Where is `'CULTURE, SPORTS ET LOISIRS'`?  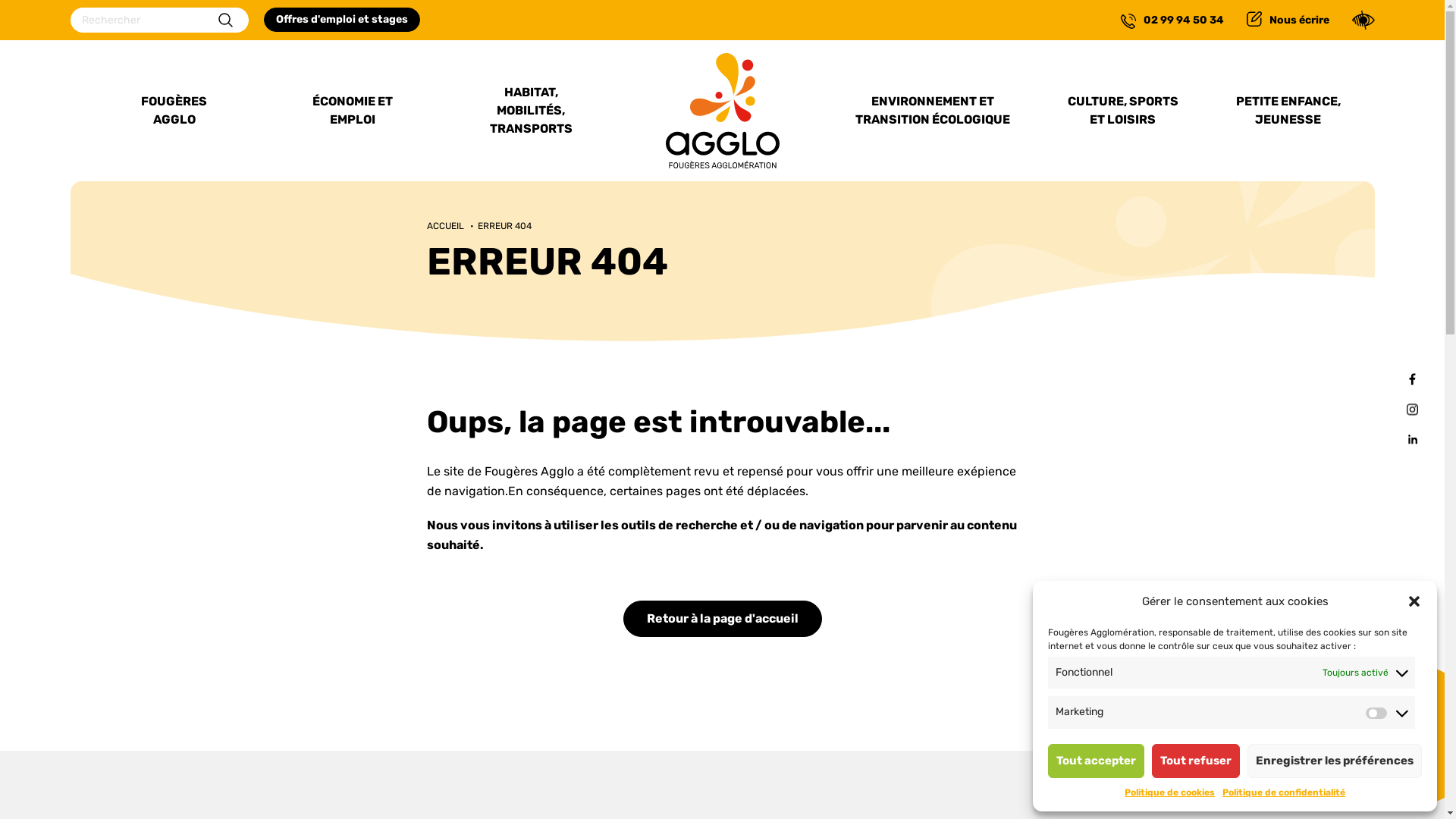
'CULTURE, SPORTS ET LOISIRS' is located at coordinates (1122, 110).